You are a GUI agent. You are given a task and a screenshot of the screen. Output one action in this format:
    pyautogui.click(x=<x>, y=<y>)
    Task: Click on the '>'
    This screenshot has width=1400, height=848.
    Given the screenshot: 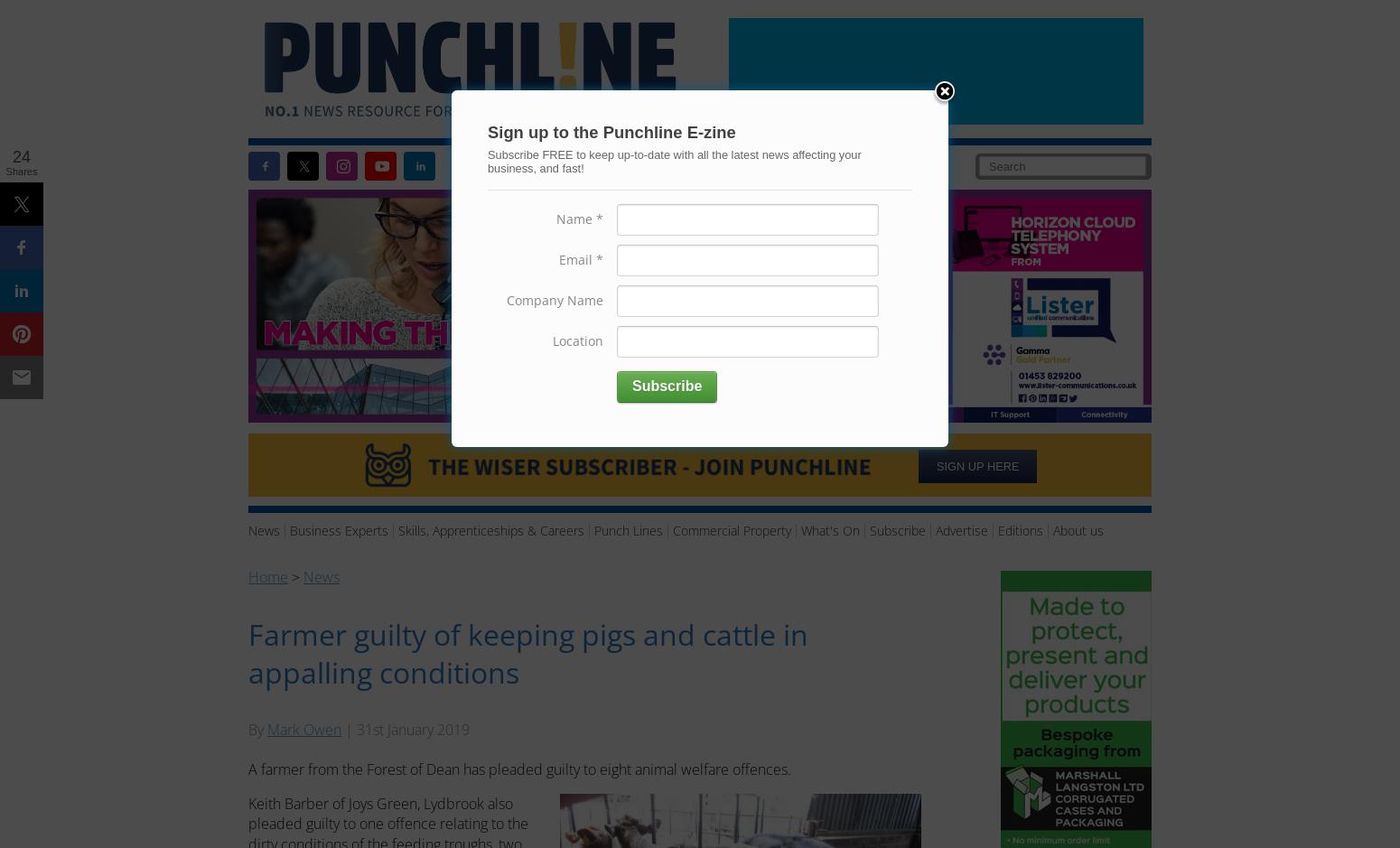 What is the action you would take?
    pyautogui.click(x=294, y=574)
    